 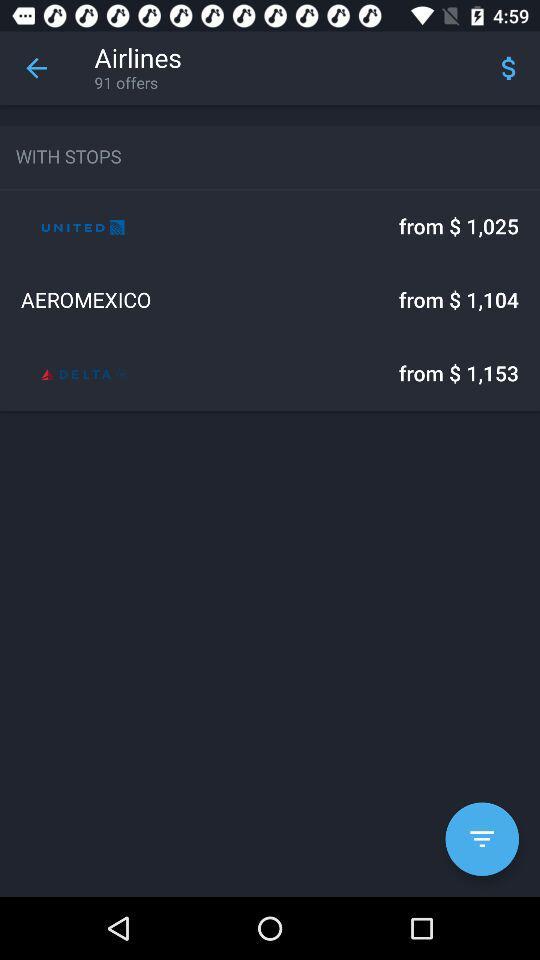 What do you see at coordinates (481, 839) in the screenshot?
I see `the filter_list icon` at bounding box center [481, 839].